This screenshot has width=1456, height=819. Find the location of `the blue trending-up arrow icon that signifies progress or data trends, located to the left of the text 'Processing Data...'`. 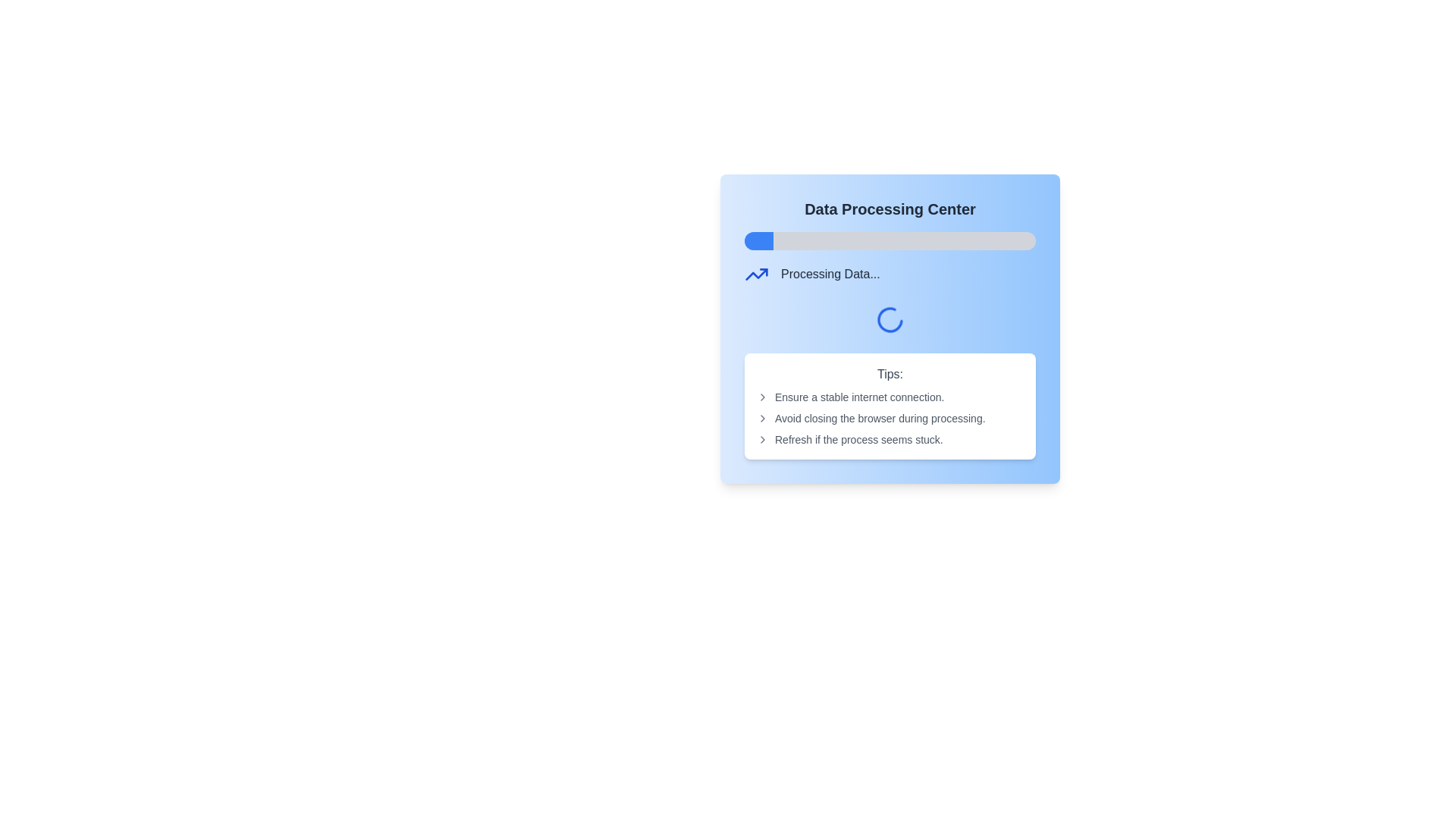

the blue trending-up arrow icon that signifies progress or data trends, located to the left of the text 'Processing Data...' is located at coordinates (757, 275).